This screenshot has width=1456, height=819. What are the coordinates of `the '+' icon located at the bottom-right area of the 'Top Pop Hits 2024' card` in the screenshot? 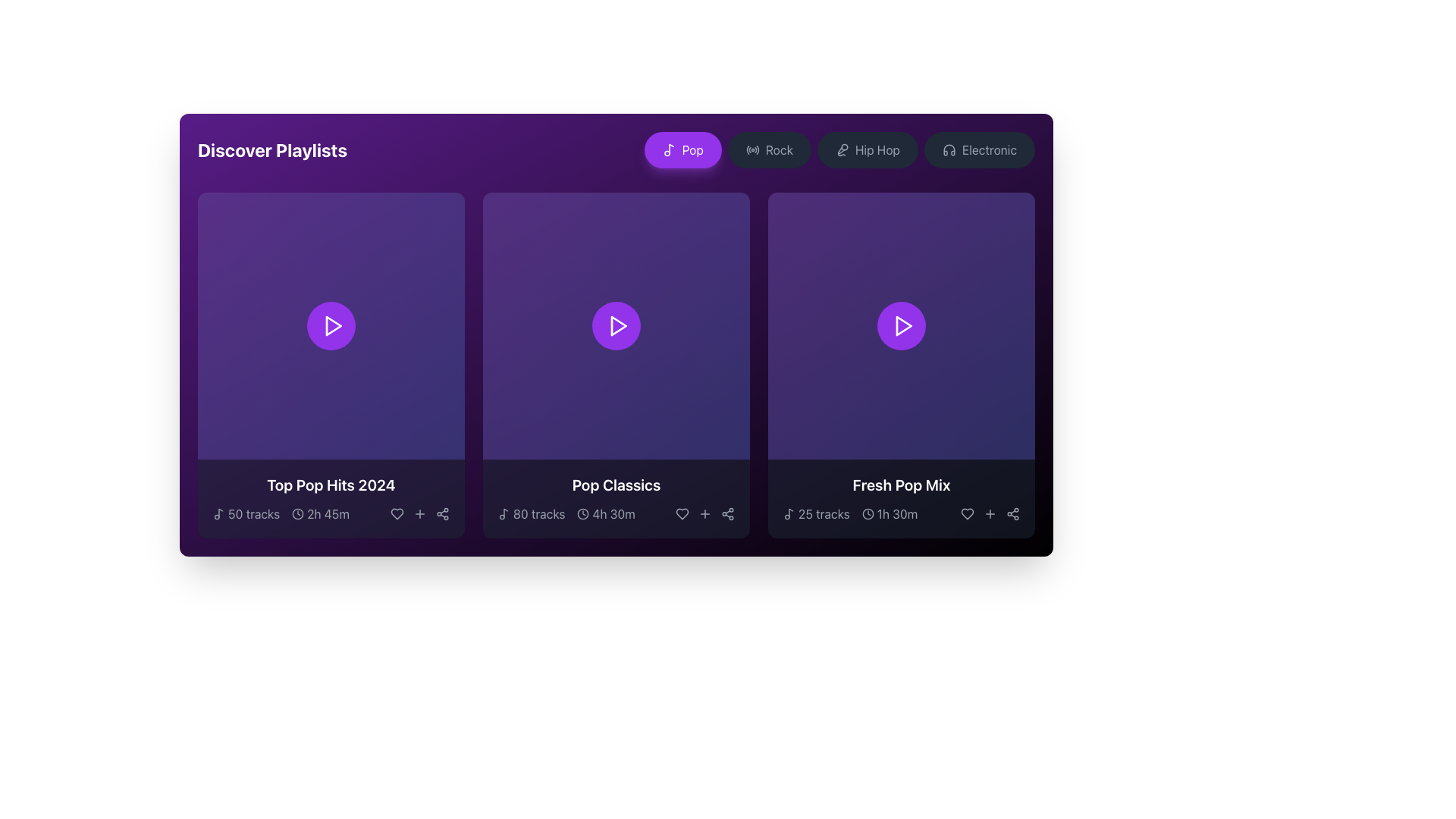 It's located at (419, 513).